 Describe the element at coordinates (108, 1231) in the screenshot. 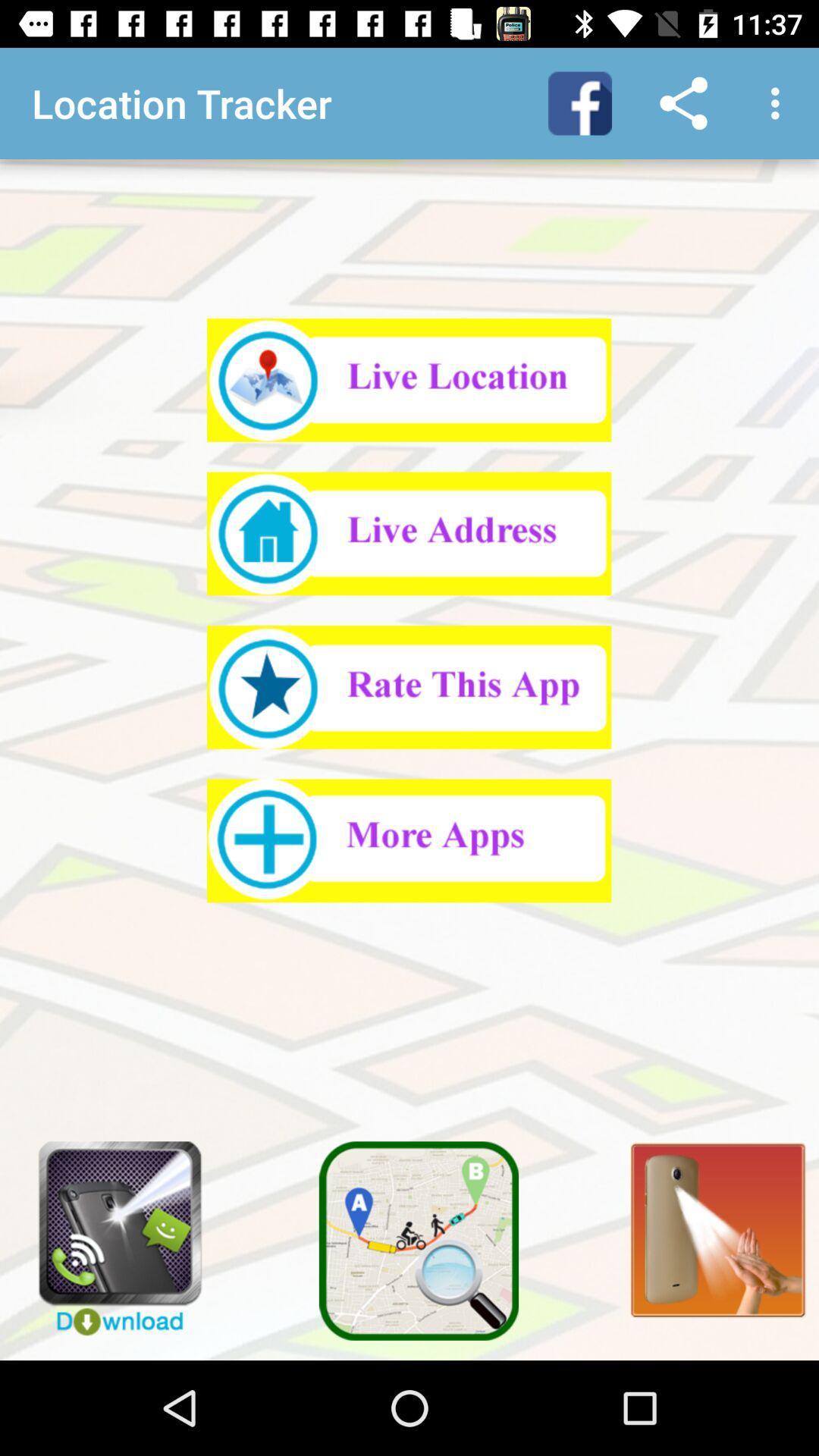

I see `open advertisement for phone flashlight` at that location.